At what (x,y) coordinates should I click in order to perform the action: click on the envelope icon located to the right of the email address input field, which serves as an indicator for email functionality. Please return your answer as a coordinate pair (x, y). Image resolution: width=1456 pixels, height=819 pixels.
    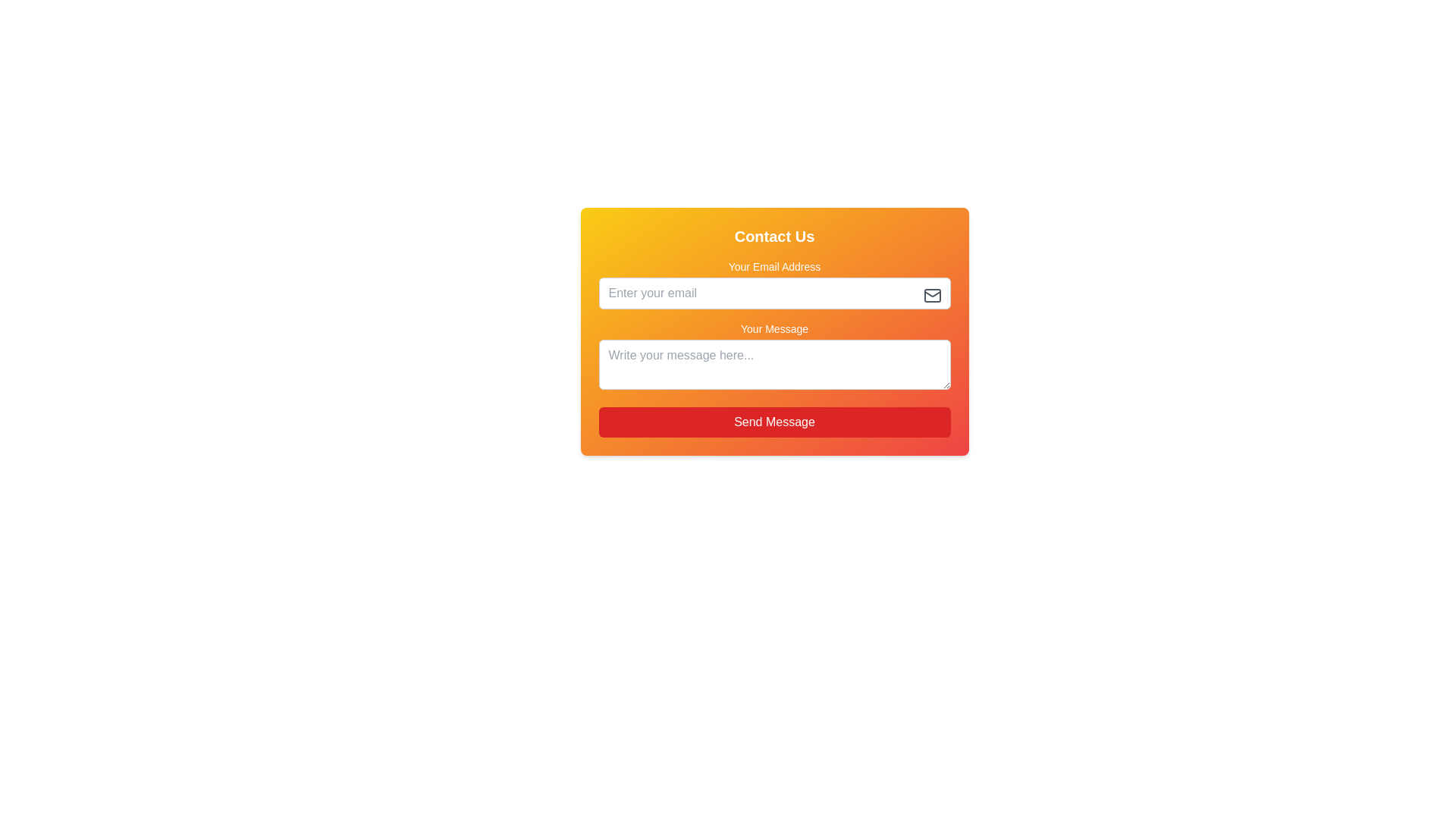
    Looking at the image, I should click on (931, 295).